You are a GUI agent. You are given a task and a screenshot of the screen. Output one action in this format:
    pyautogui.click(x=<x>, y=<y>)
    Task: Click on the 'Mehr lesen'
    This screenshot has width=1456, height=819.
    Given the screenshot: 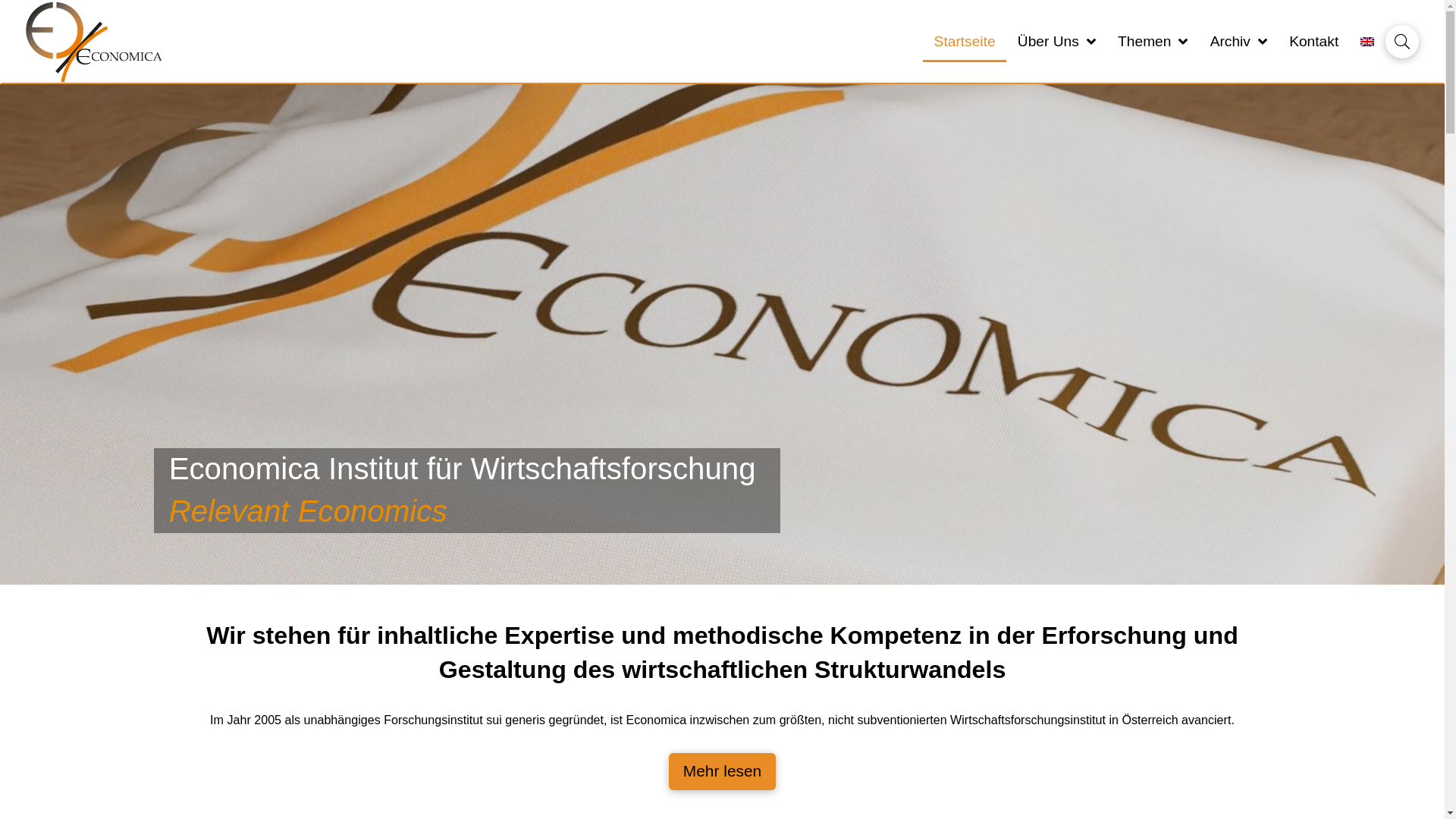 What is the action you would take?
    pyautogui.click(x=721, y=771)
    